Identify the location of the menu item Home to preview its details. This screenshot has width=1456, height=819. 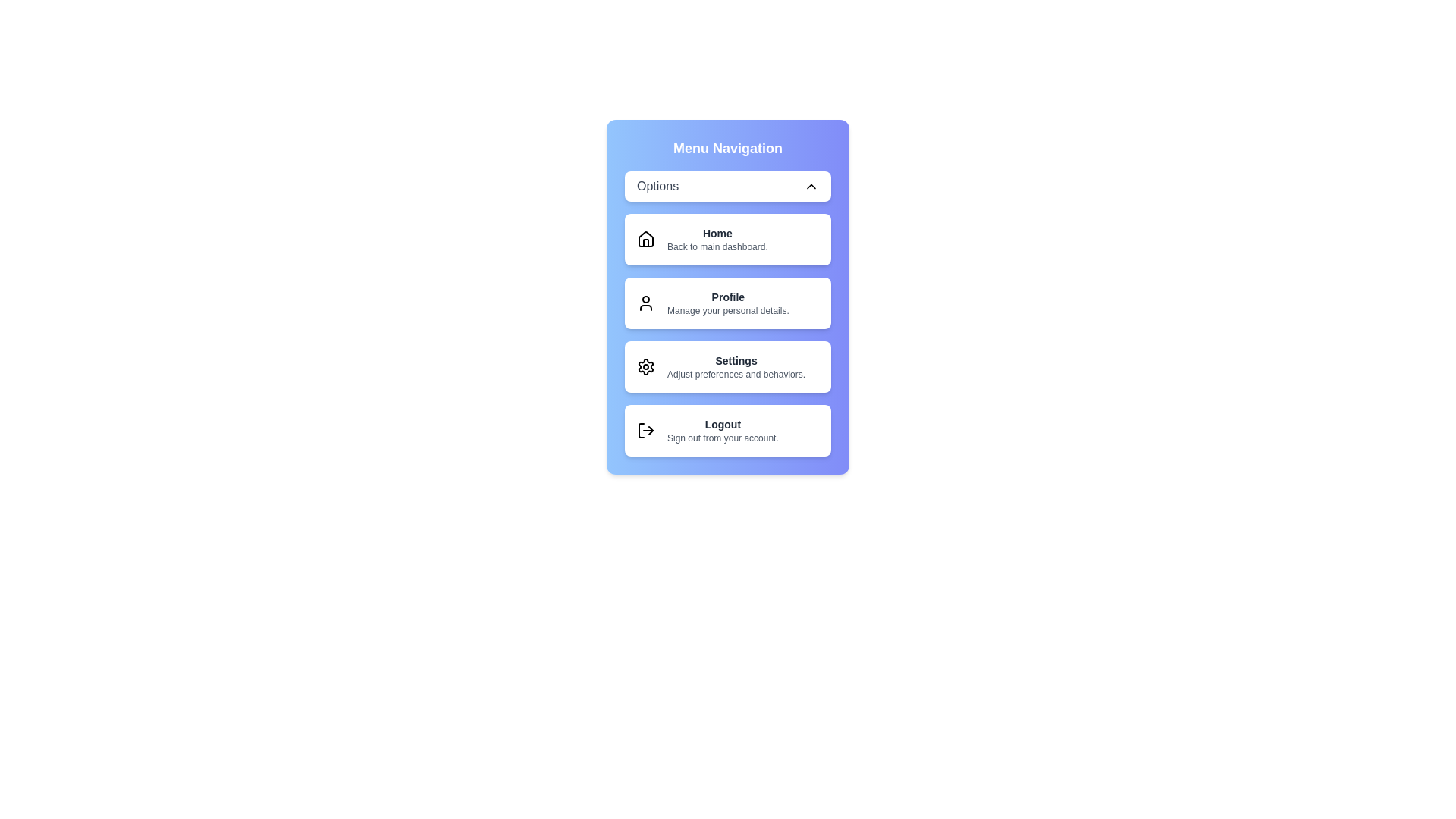
(728, 239).